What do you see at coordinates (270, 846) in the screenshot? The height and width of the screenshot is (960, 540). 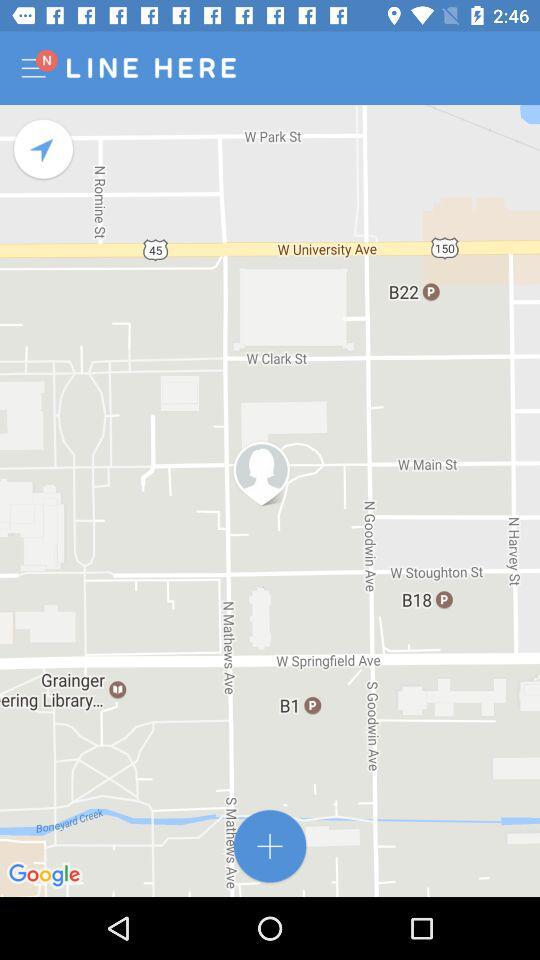 I see `a location` at bounding box center [270, 846].